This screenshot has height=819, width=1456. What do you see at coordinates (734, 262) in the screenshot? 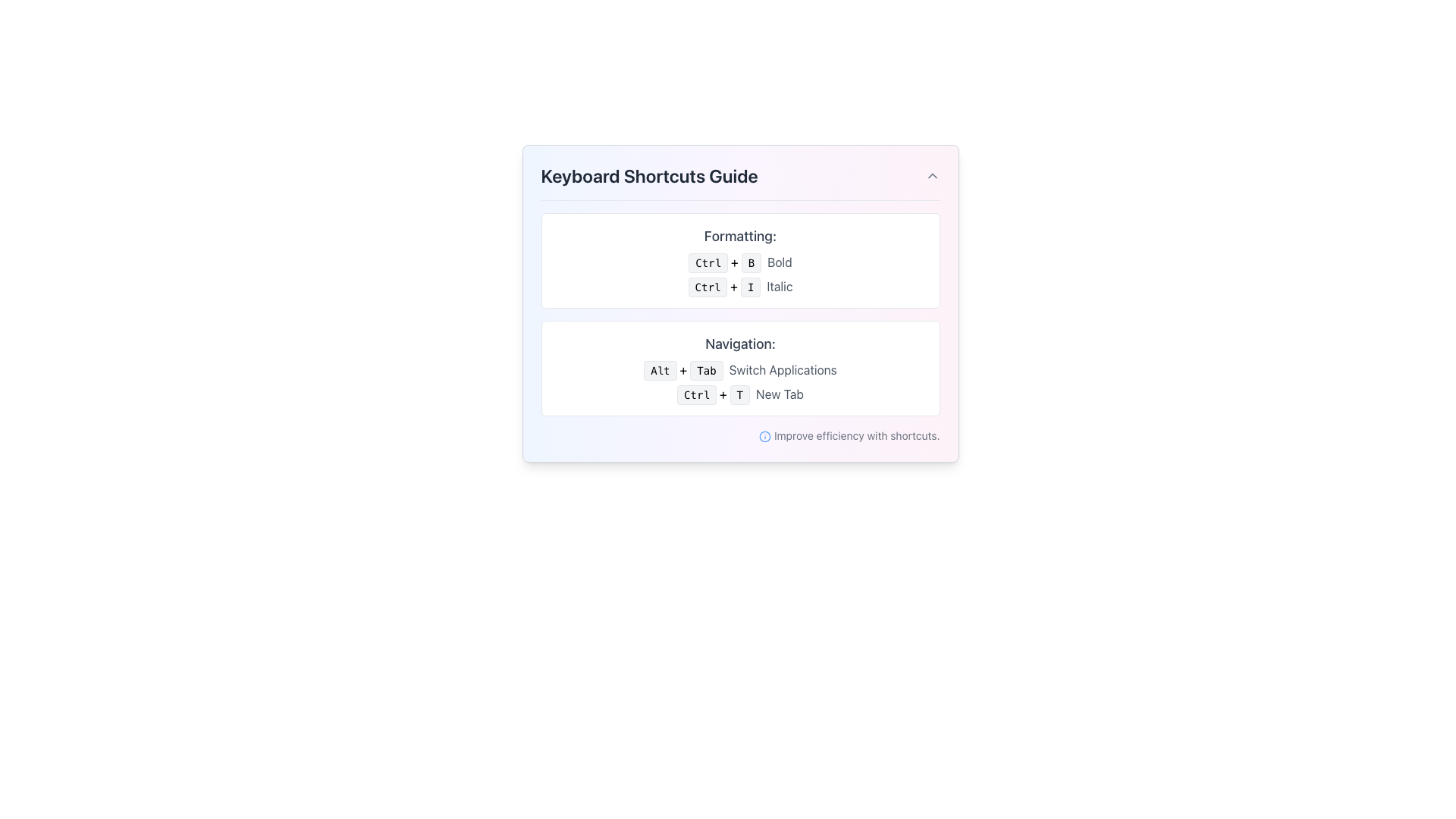
I see `the small white text component displaying the '+' character, which is located between 'Ctrl' and 'B' in the shortcuts list of the 'Formatting' section` at bounding box center [734, 262].